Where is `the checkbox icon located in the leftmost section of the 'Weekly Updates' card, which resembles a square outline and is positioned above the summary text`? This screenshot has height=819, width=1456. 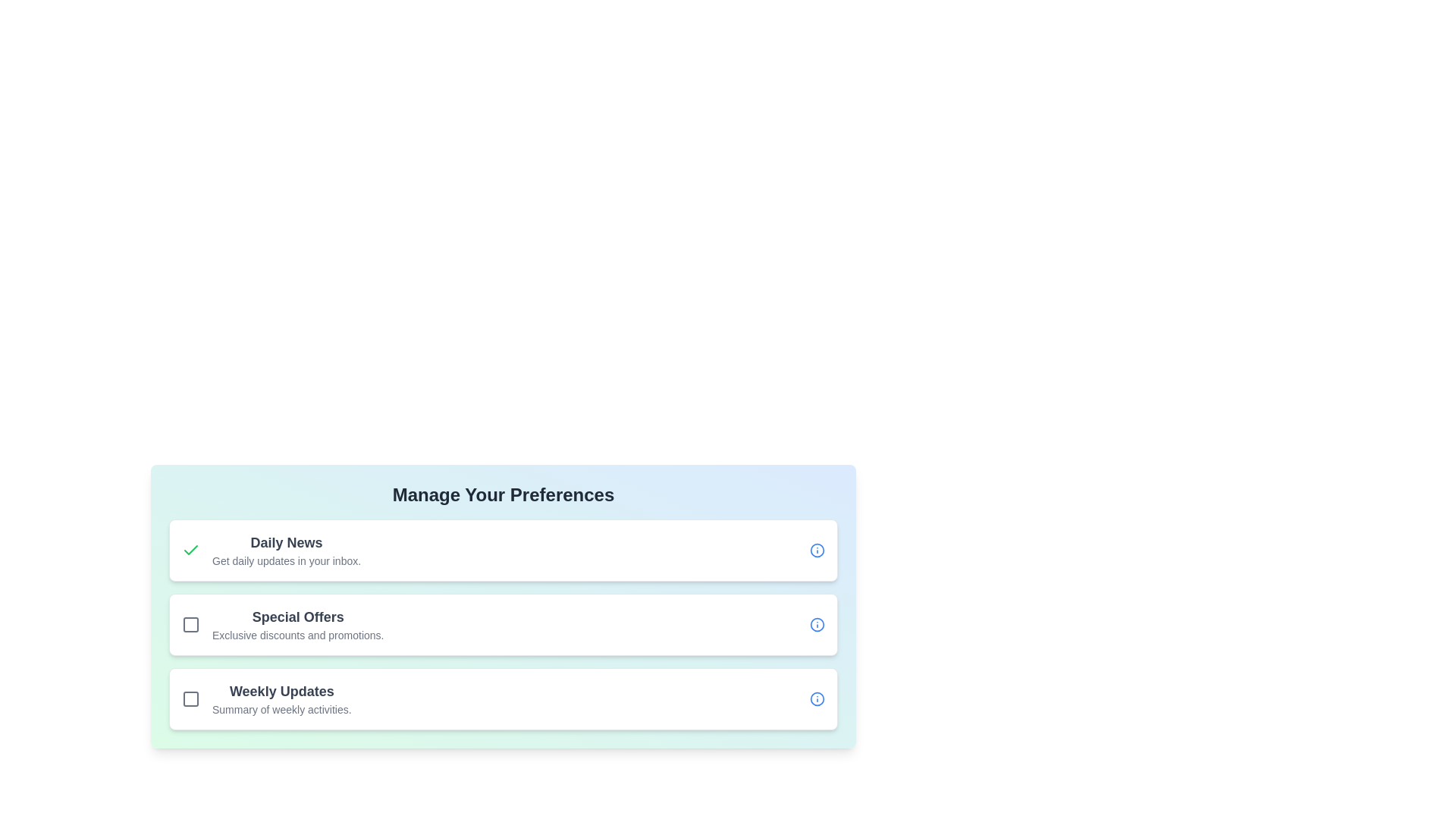
the checkbox icon located in the leftmost section of the 'Weekly Updates' card, which resembles a square outline and is positioned above the summary text is located at coordinates (190, 698).